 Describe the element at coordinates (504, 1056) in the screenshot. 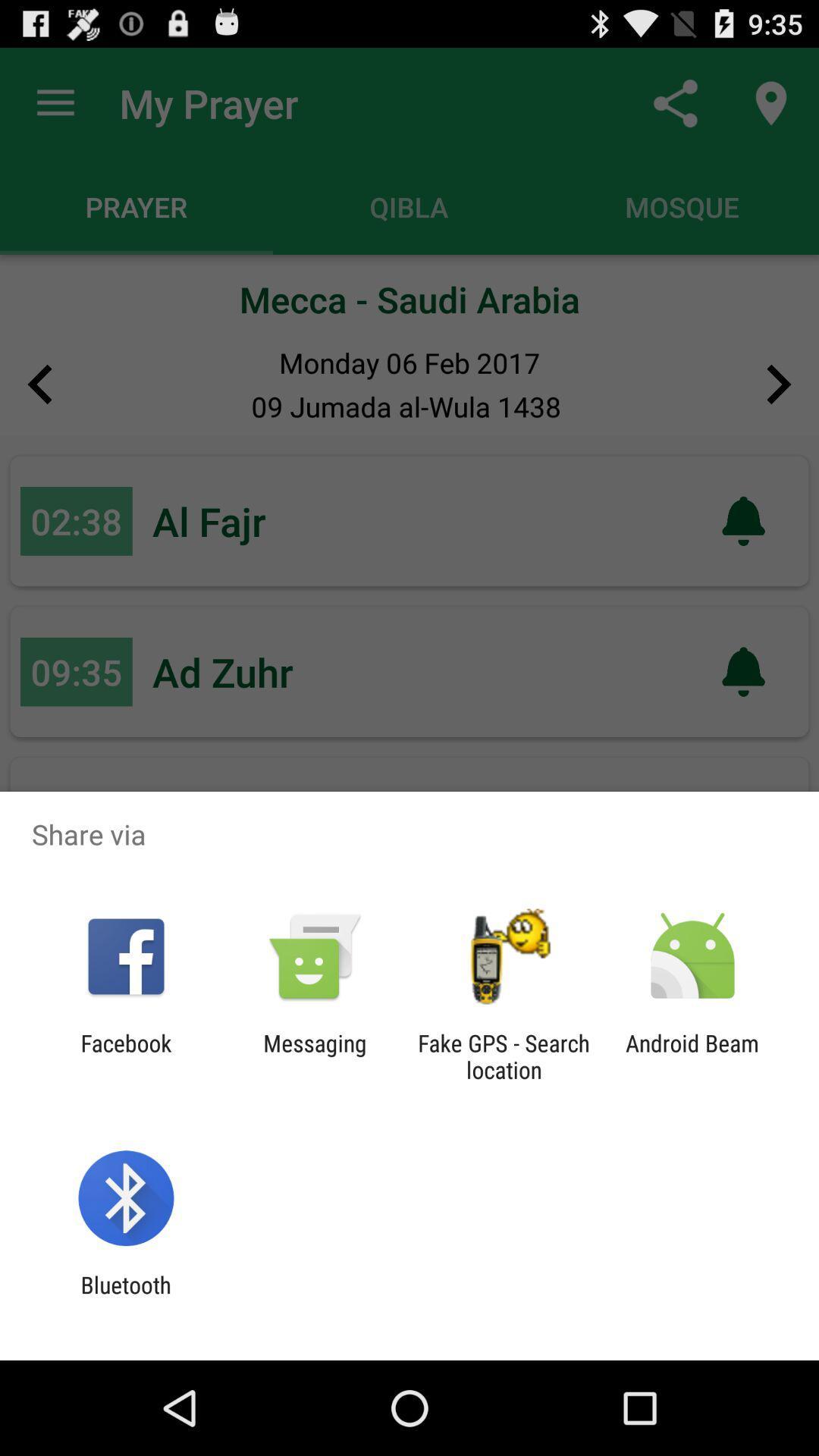

I see `the fake gps search icon` at that location.